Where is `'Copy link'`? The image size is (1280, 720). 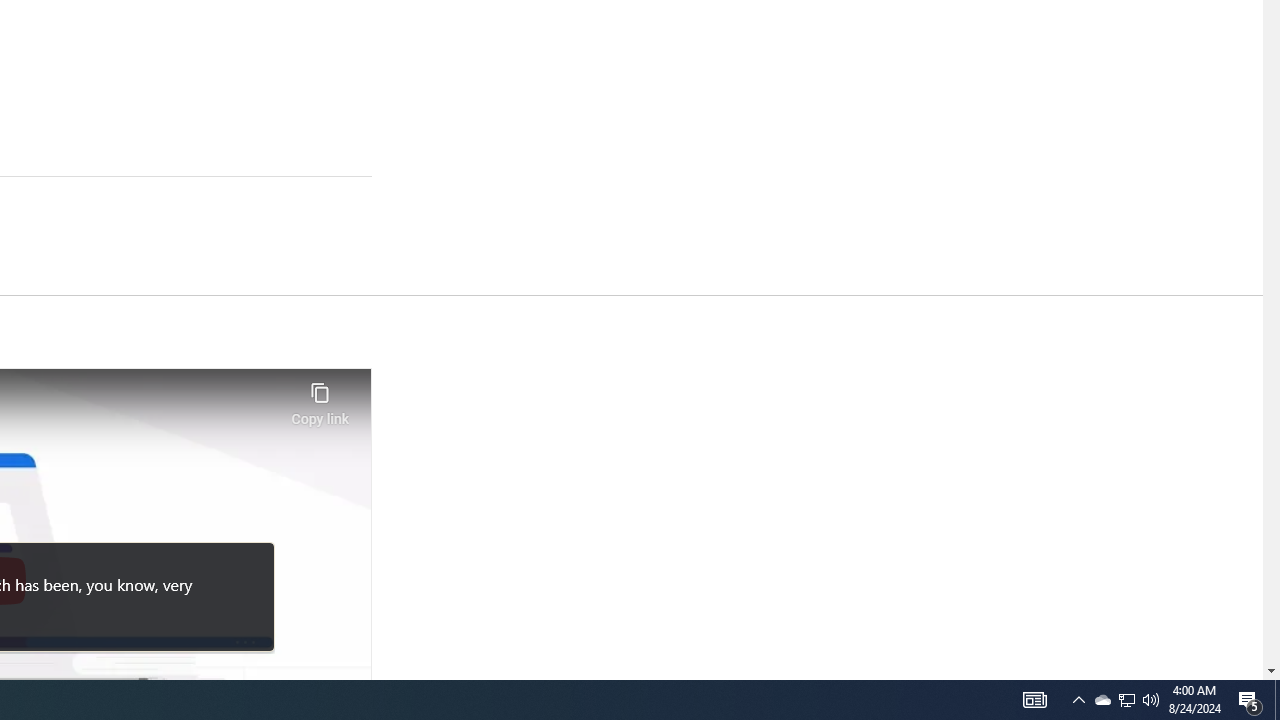 'Copy link' is located at coordinates (320, 398).